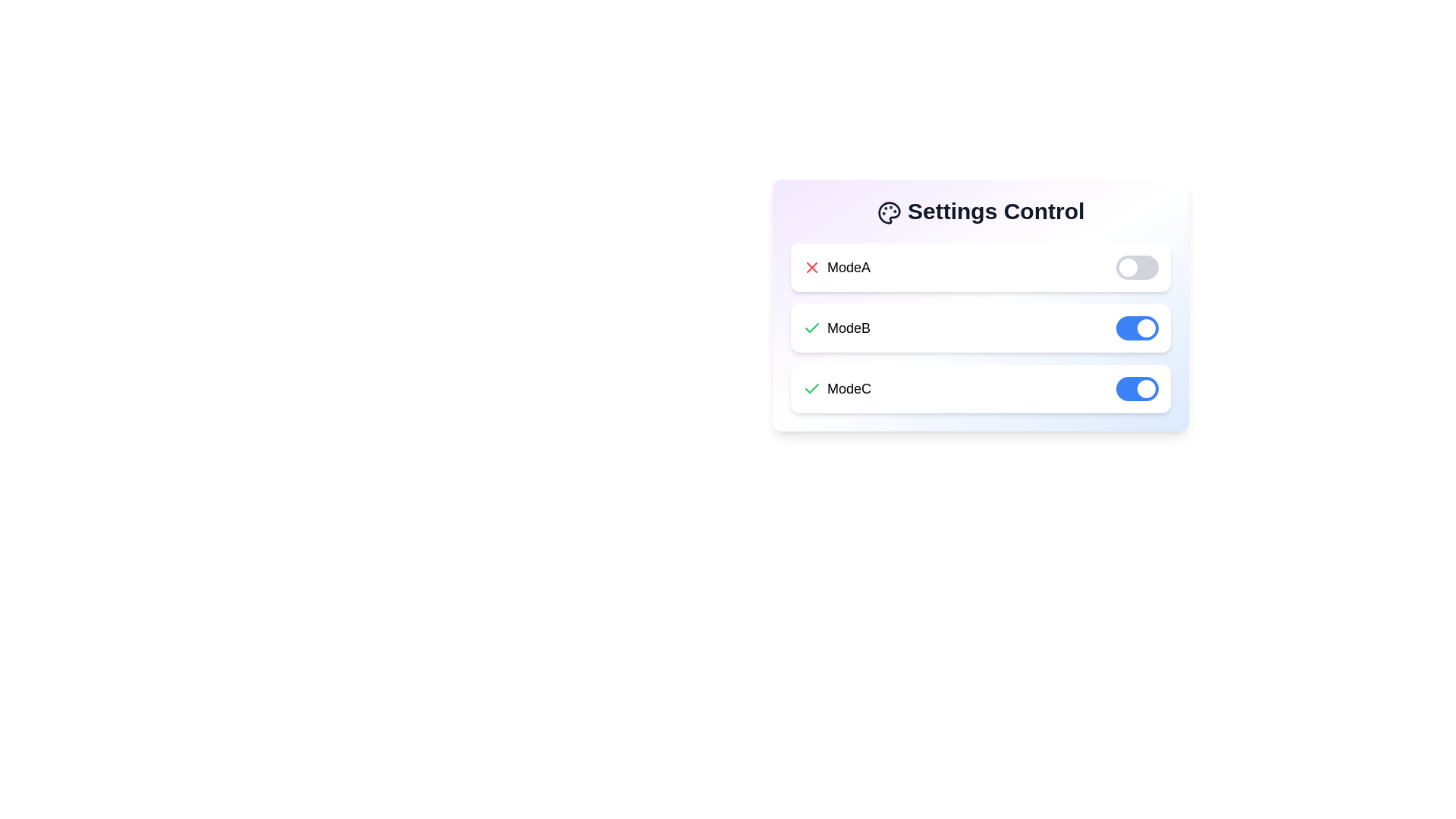  What do you see at coordinates (848, 328) in the screenshot?
I see `the 'ModeB' label, which is displayed in bold black lettering and is positioned in the second row of a list of toggle switches, aligned with a green checkmark icon to its left and a blue toggle switch to its right` at bounding box center [848, 328].